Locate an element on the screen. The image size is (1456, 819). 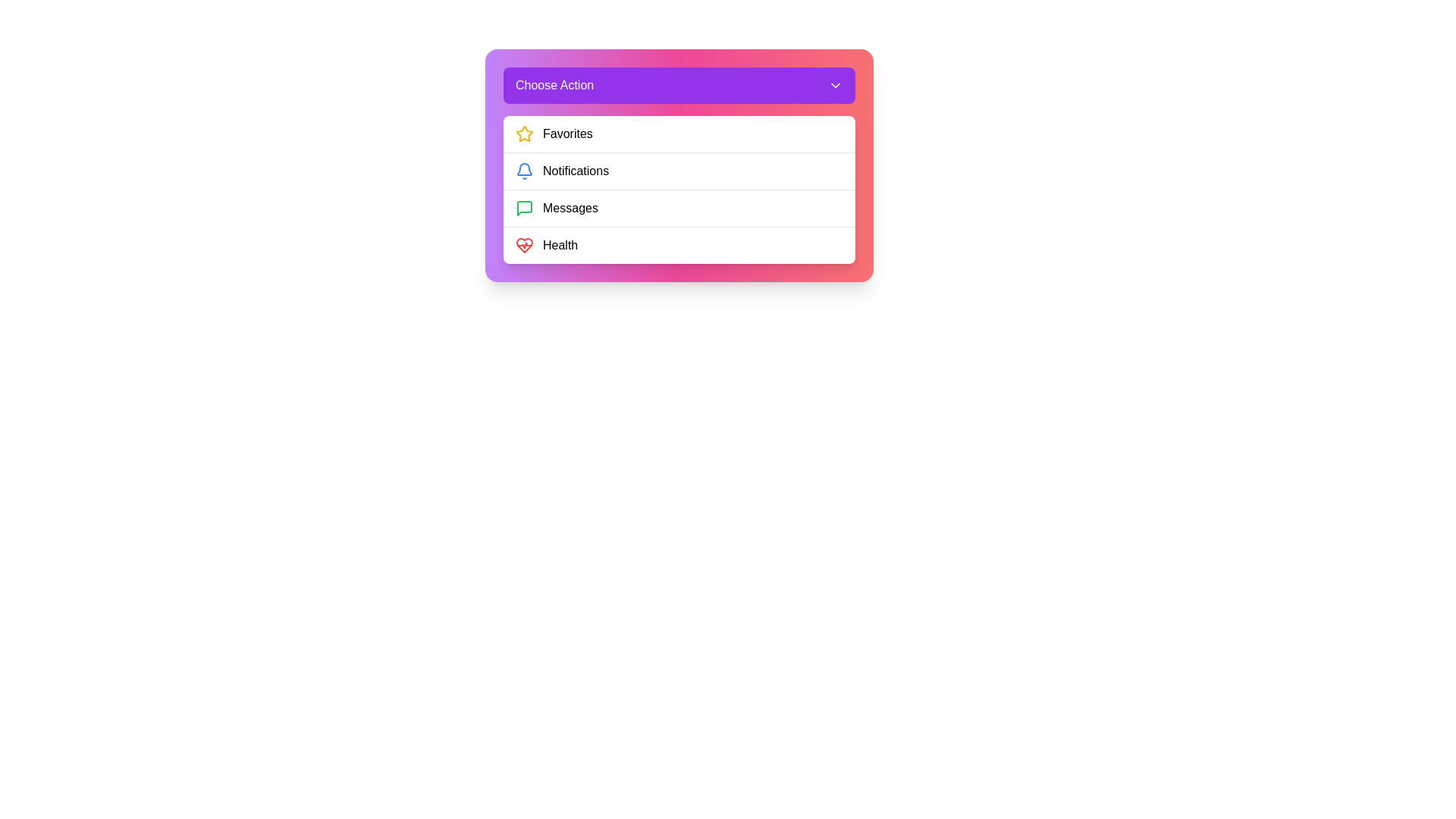
the downward-pointing chevron icon located at the right end of the 'Choose Action' purple bar is located at coordinates (835, 85).